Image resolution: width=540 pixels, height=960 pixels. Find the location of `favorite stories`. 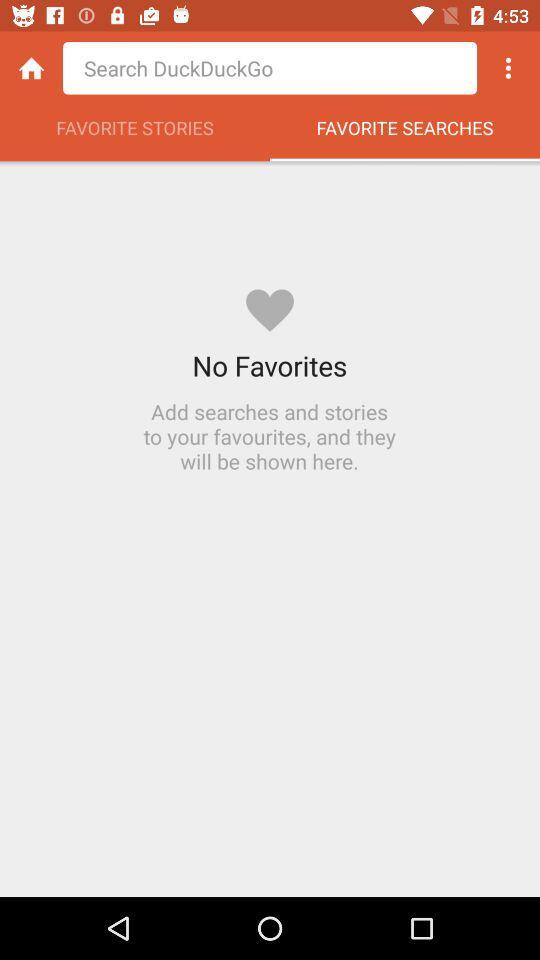

favorite stories is located at coordinates (135, 132).